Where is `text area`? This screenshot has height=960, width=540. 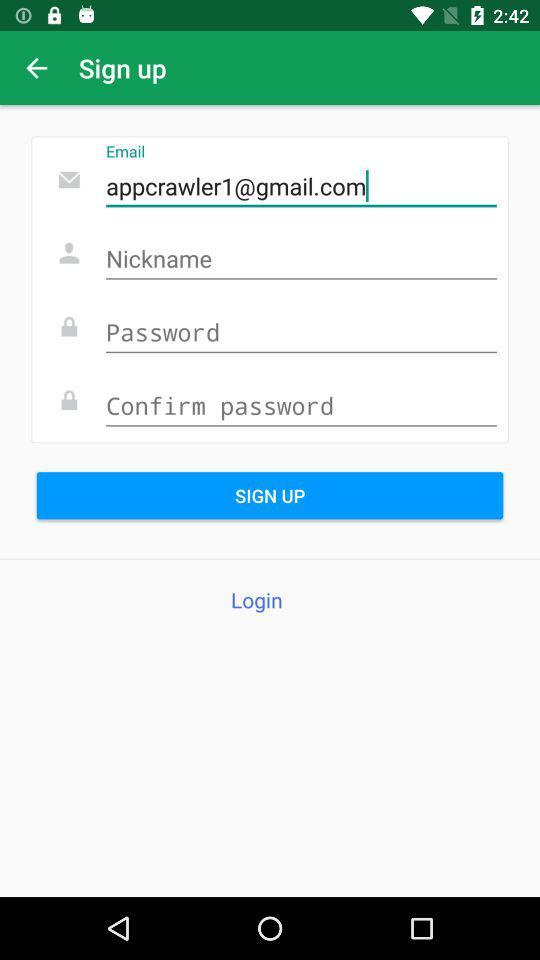
text area is located at coordinates (300, 259).